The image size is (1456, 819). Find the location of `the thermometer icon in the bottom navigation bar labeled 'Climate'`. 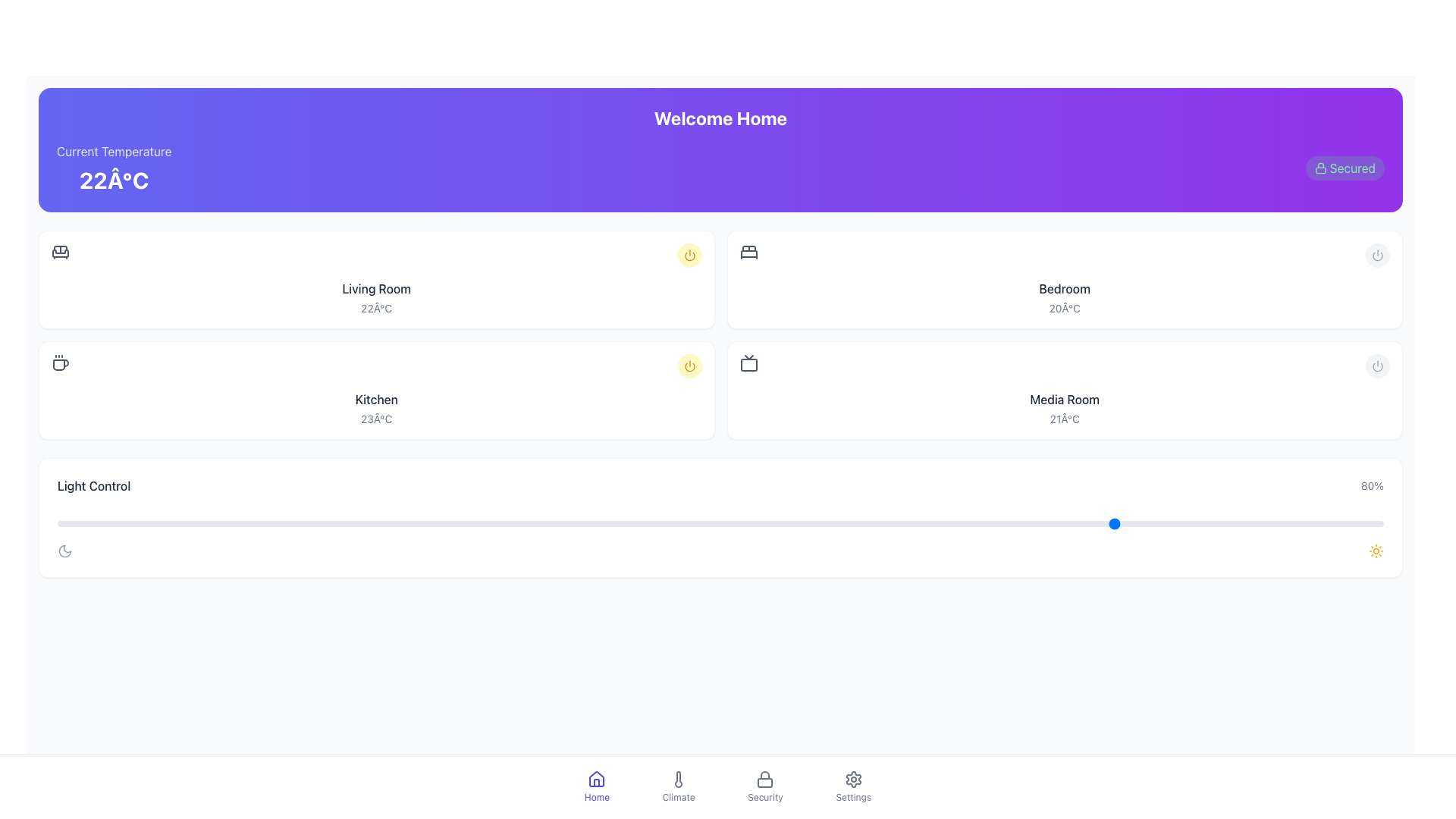

the thermometer icon in the bottom navigation bar labeled 'Climate' is located at coordinates (678, 780).